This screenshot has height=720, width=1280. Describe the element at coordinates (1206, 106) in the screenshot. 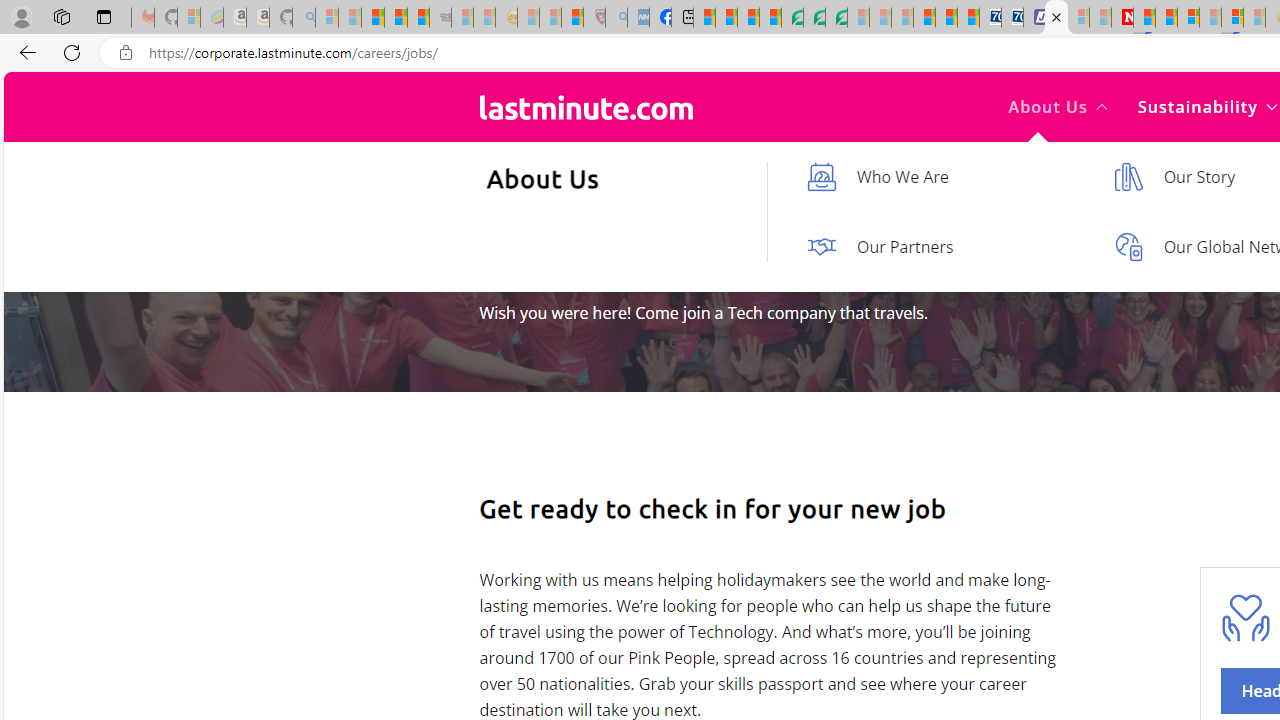

I see `'Sustainability'` at that location.